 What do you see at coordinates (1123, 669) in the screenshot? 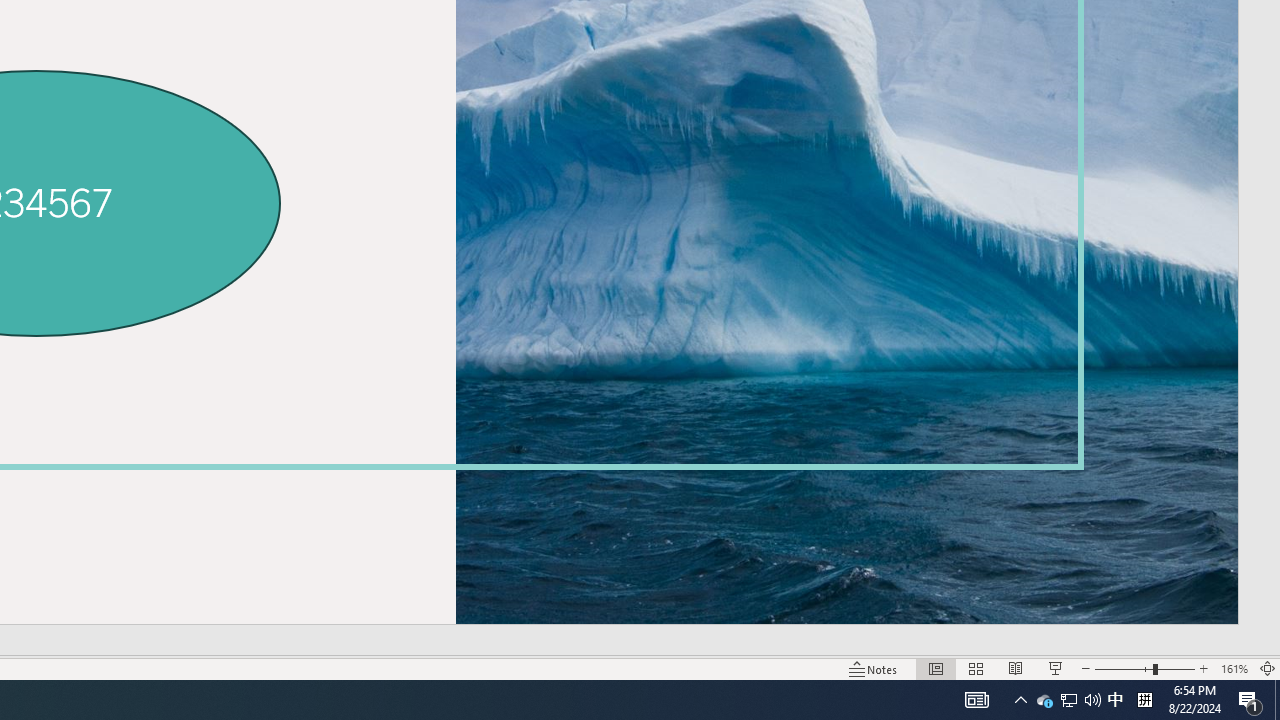
I see `'Zoom Out'` at bounding box center [1123, 669].